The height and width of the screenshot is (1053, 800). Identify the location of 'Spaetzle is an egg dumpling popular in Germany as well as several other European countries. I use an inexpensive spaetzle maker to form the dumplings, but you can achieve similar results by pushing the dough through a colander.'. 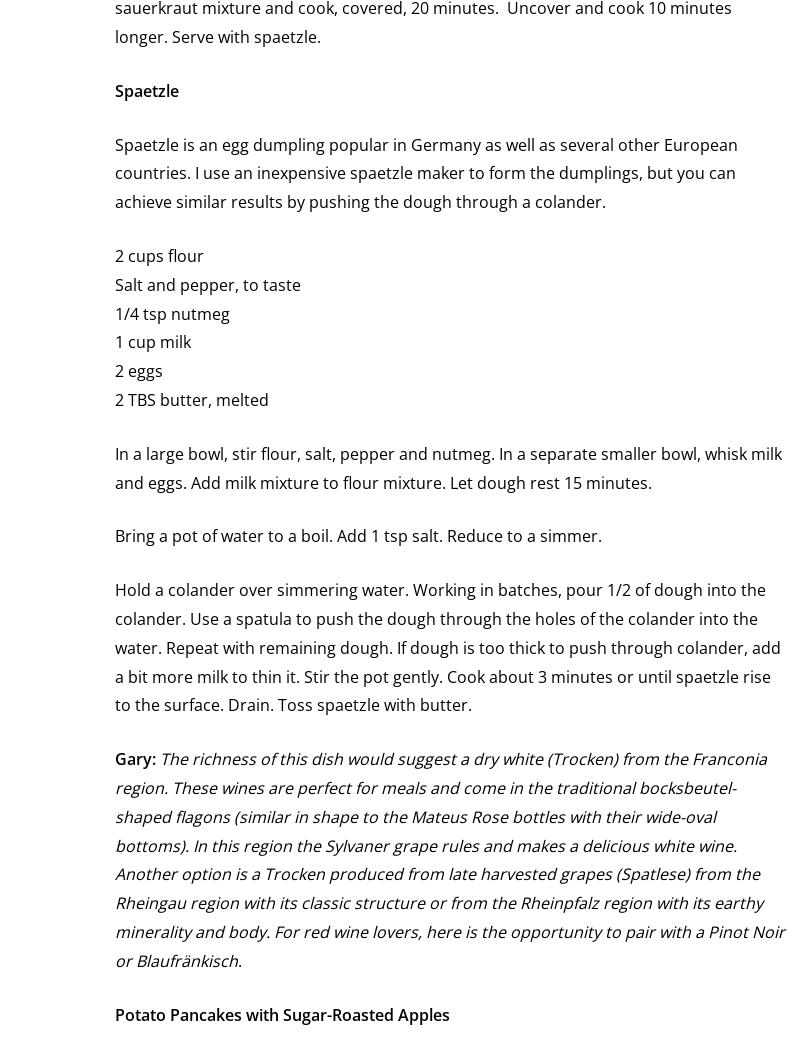
(113, 172).